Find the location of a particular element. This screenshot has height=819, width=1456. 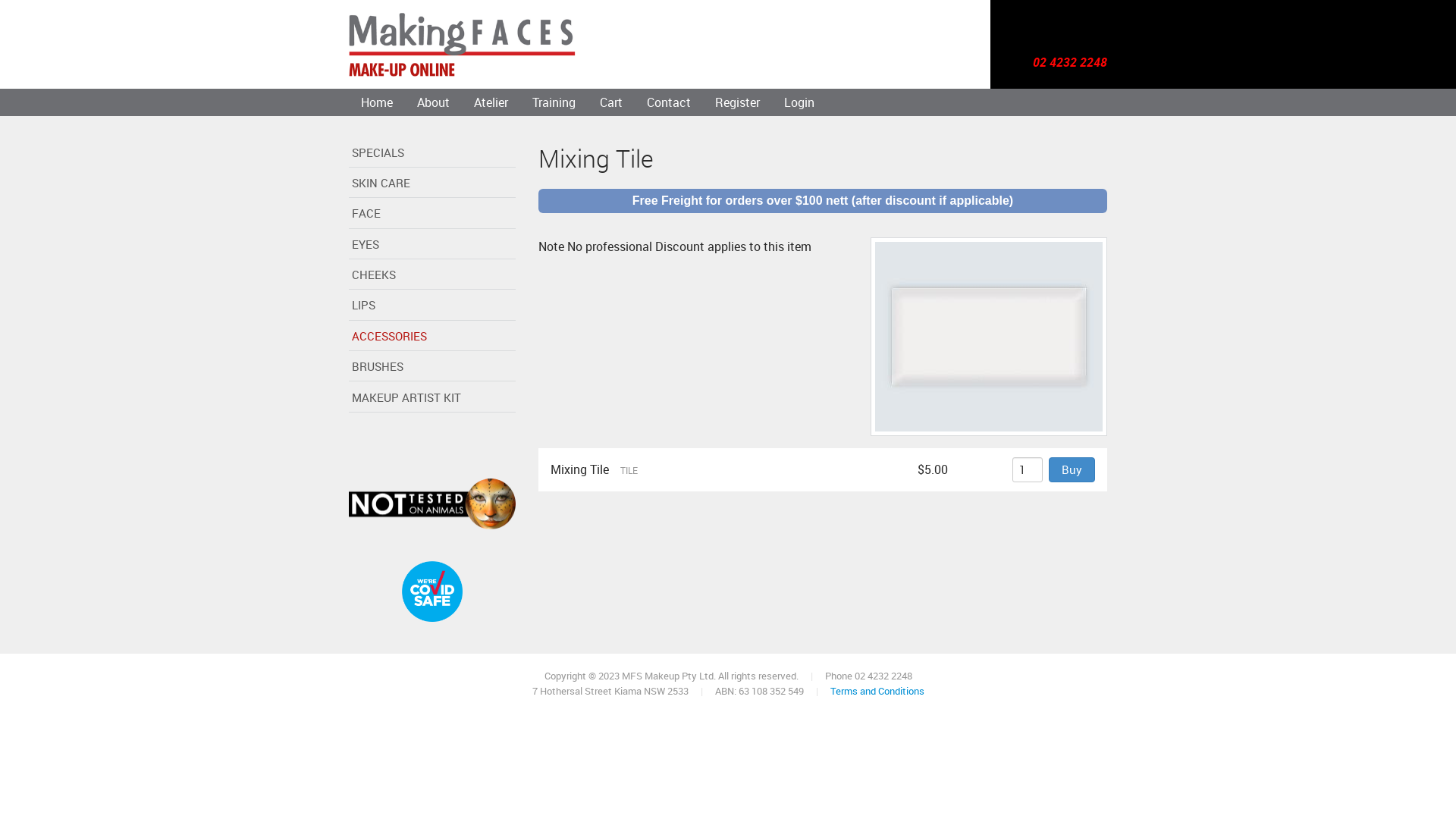

'Contact' is located at coordinates (668, 102).